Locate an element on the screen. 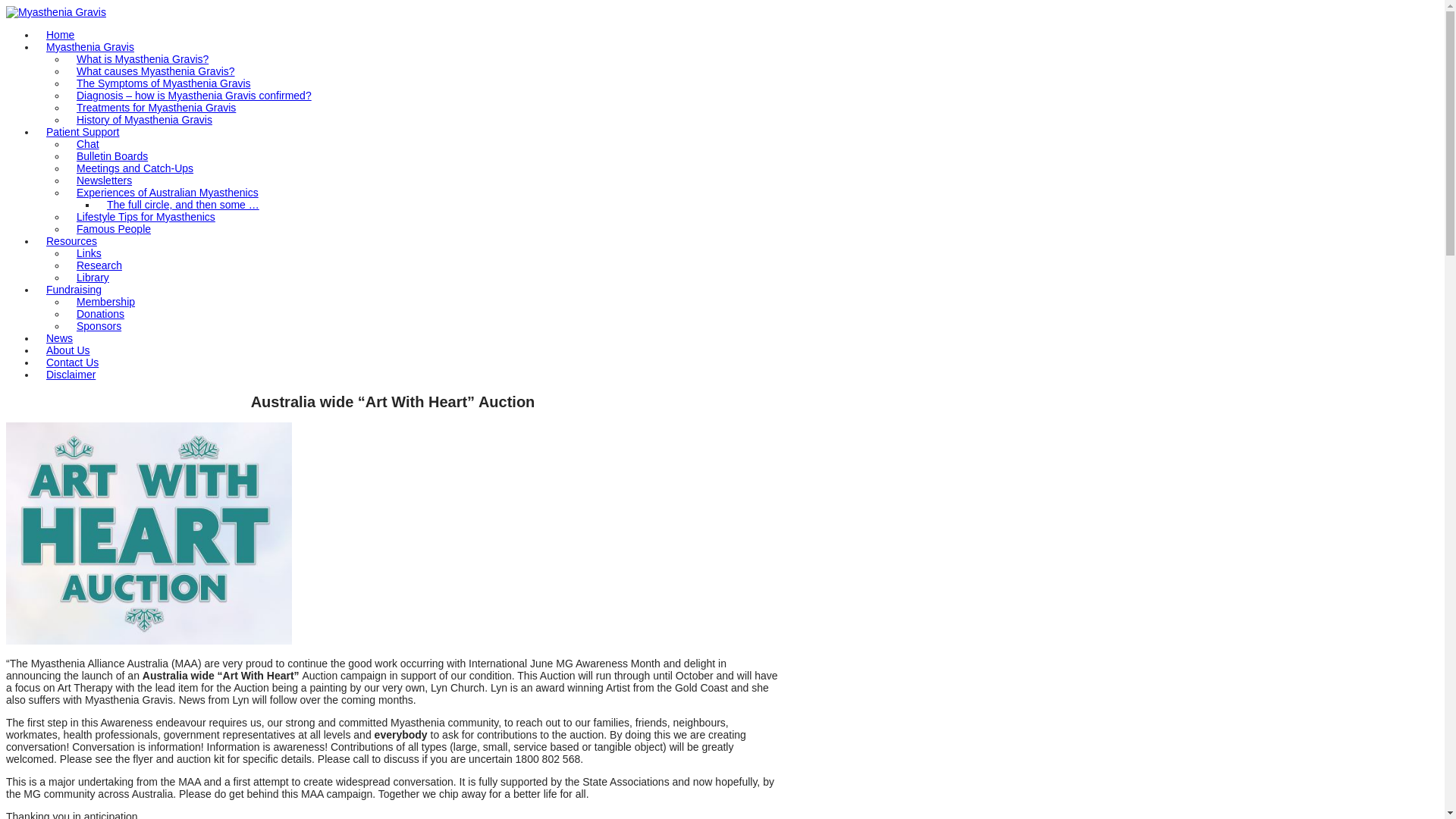  'News' is located at coordinates (59, 337).